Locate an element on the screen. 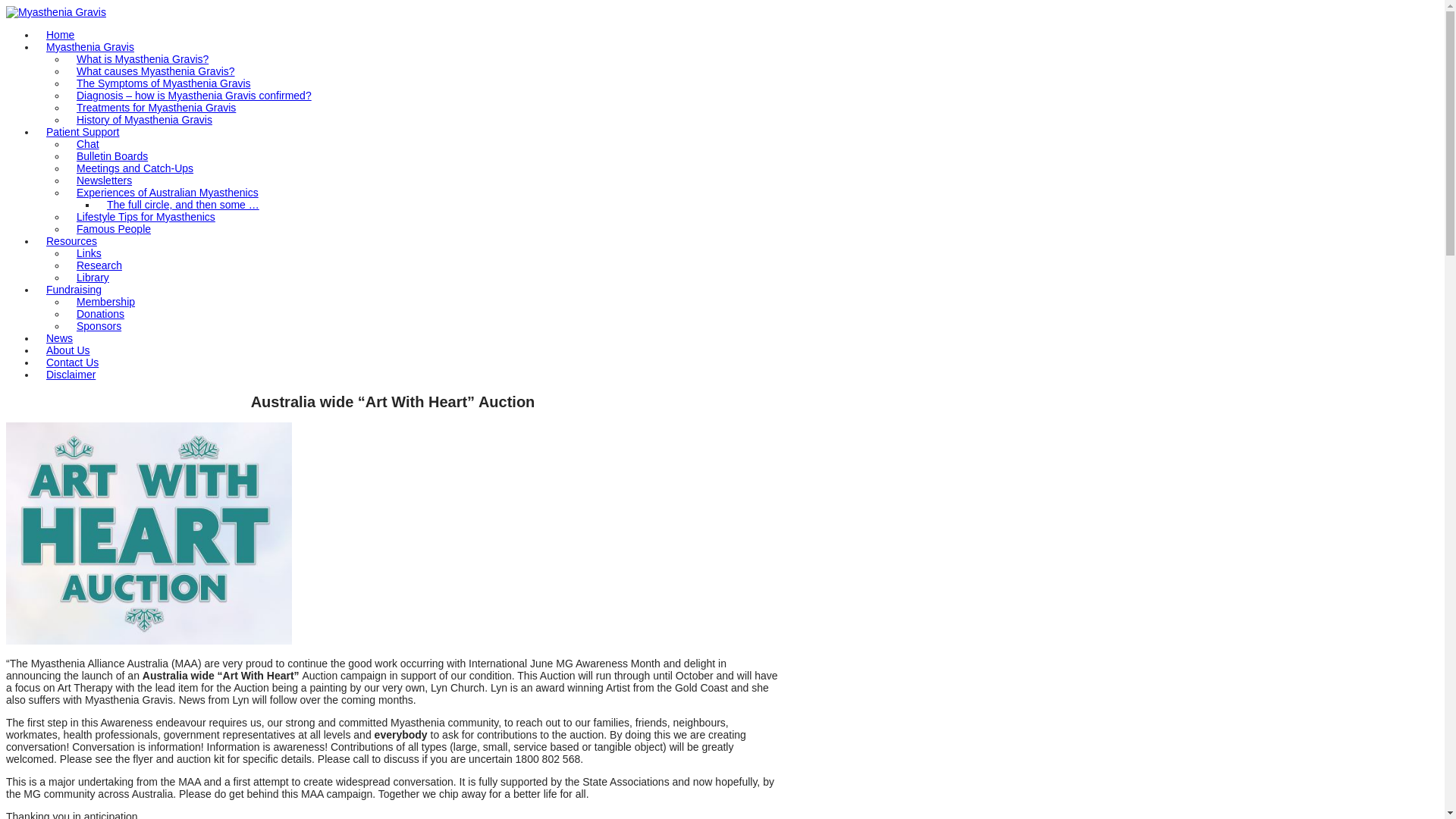  'News' is located at coordinates (59, 337).